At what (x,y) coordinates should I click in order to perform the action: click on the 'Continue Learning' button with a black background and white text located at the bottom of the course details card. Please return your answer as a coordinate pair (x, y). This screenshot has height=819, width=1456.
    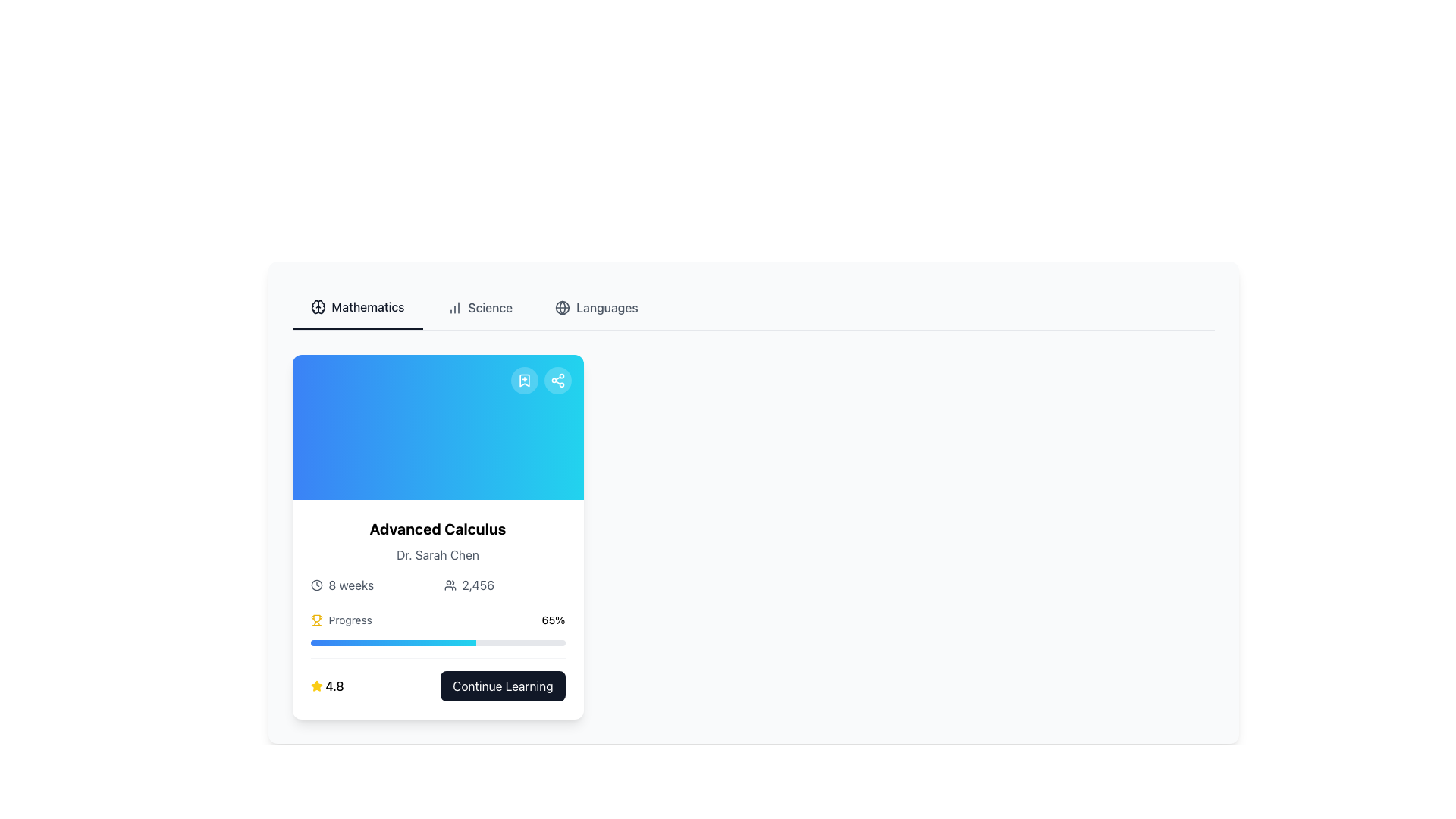
    Looking at the image, I should click on (437, 679).